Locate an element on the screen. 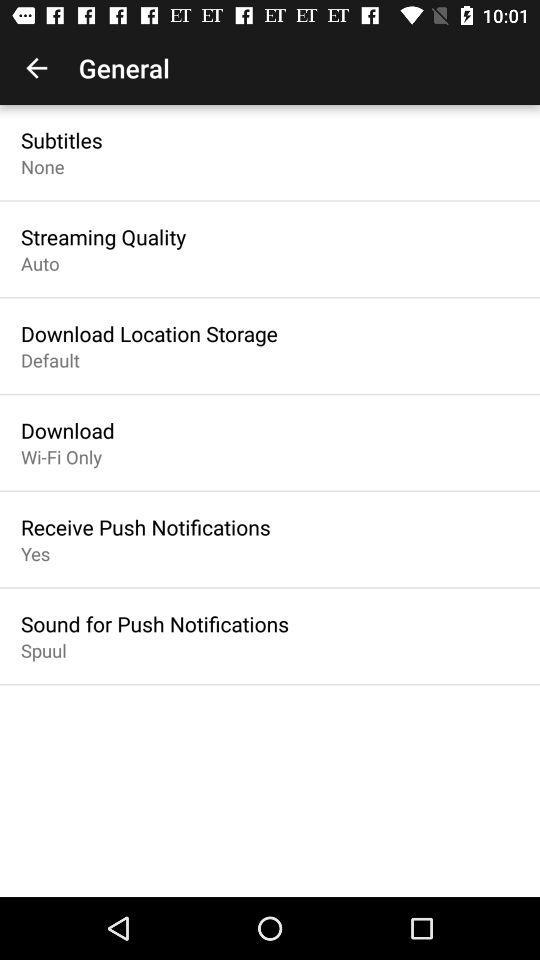 This screenshot has width=540, height=960. the wi-fi only is located at coordinates (61, 457).